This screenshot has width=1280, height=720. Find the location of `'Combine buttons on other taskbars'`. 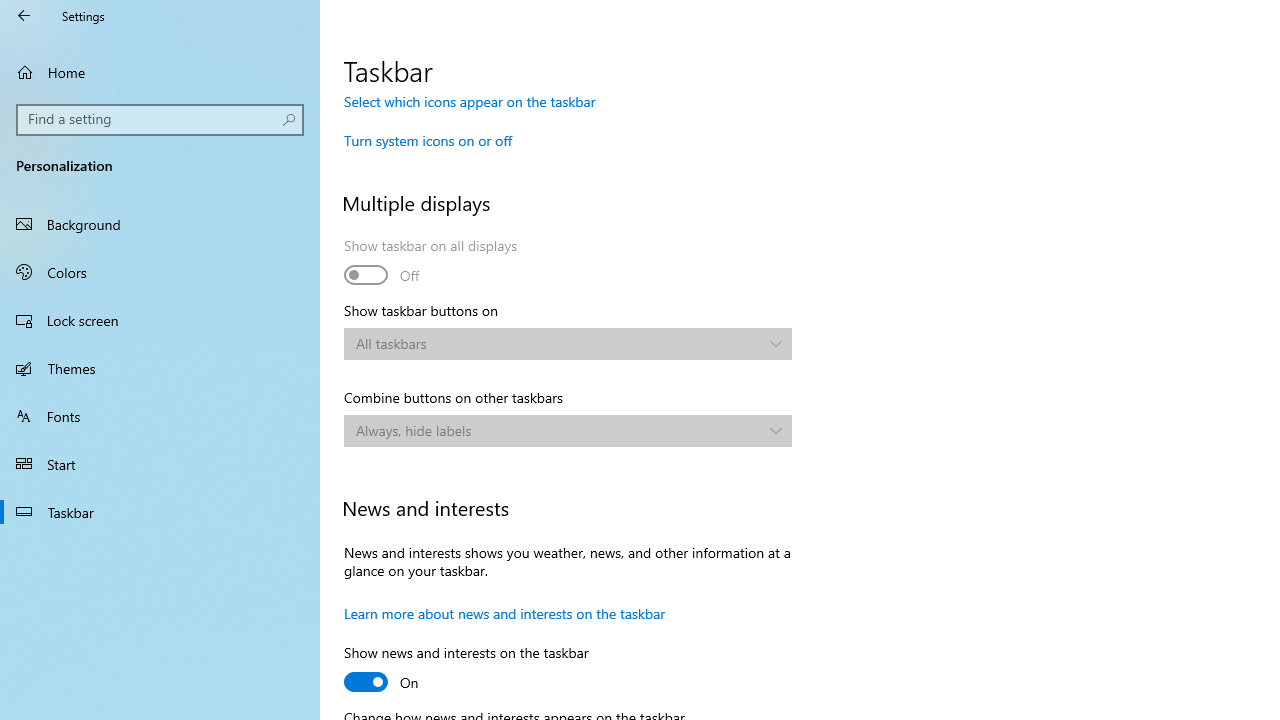

'Combine buttons on other taskbars' is located at coordinates (567, 429).